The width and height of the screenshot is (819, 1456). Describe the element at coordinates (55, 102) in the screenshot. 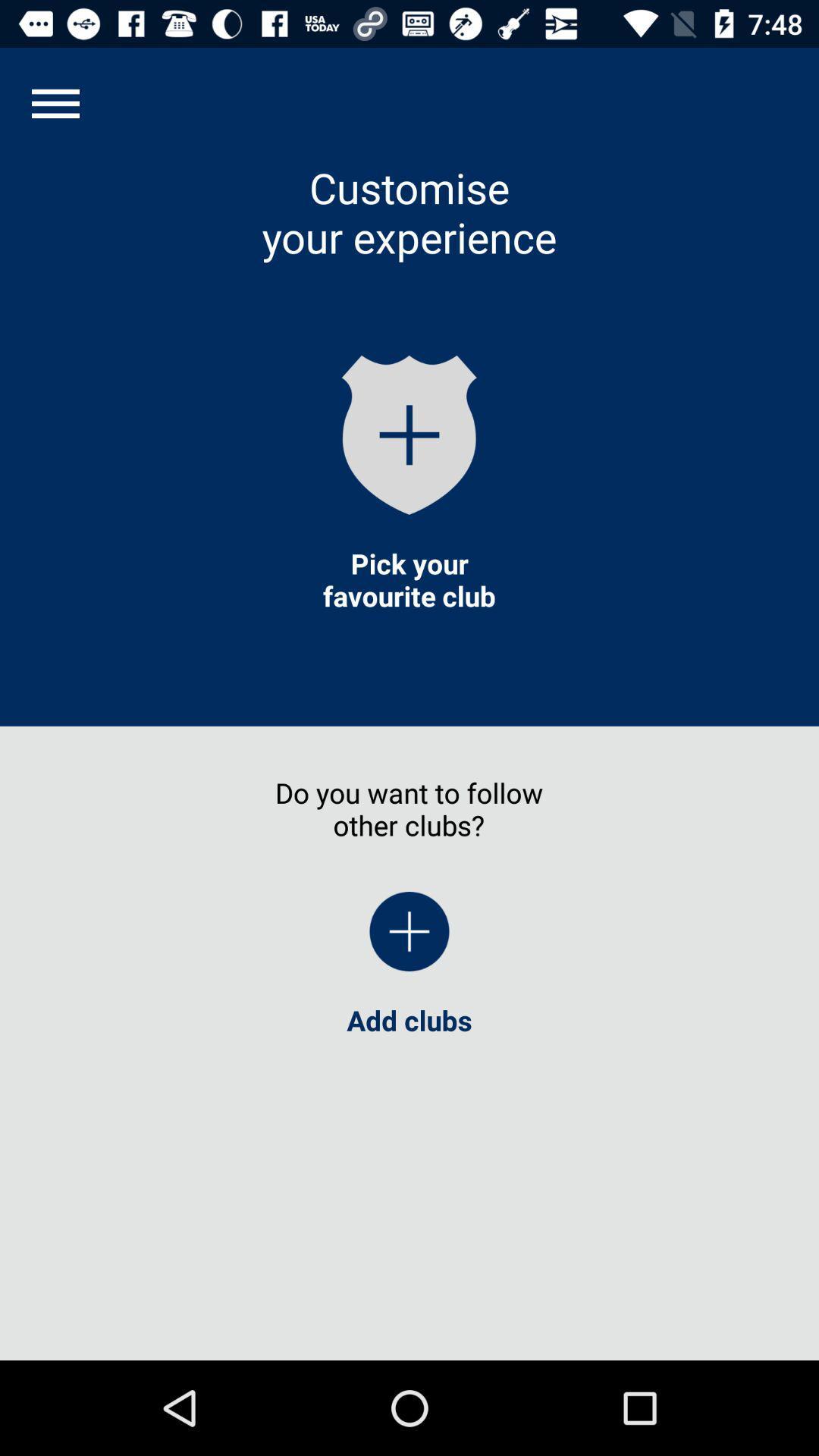

I see `the icon at the top left corner` at that location.